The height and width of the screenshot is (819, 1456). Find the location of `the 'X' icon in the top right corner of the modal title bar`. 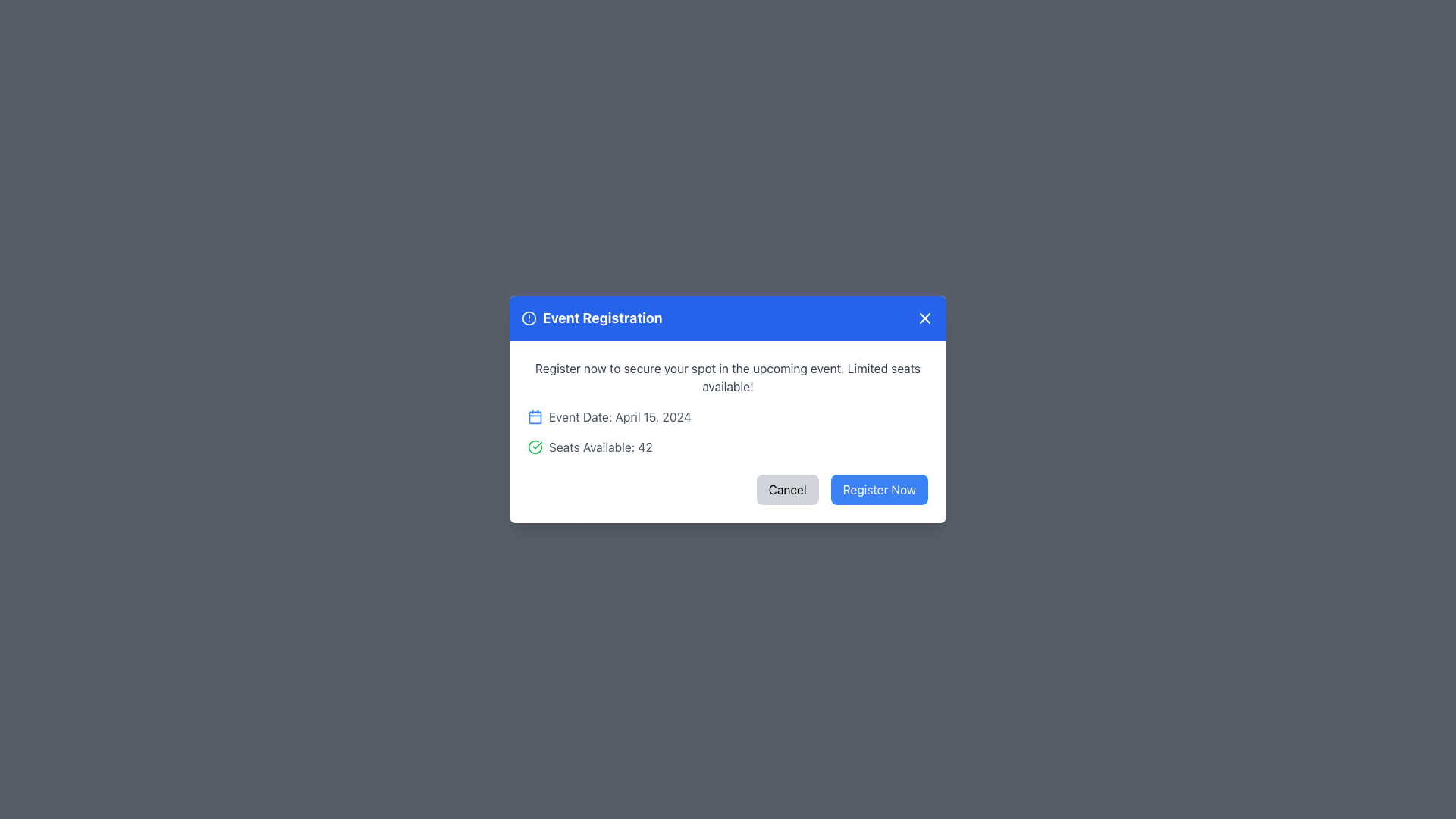

the 'X' icon in the top right corner of the modal title bar is located at coordinates (924, 318).